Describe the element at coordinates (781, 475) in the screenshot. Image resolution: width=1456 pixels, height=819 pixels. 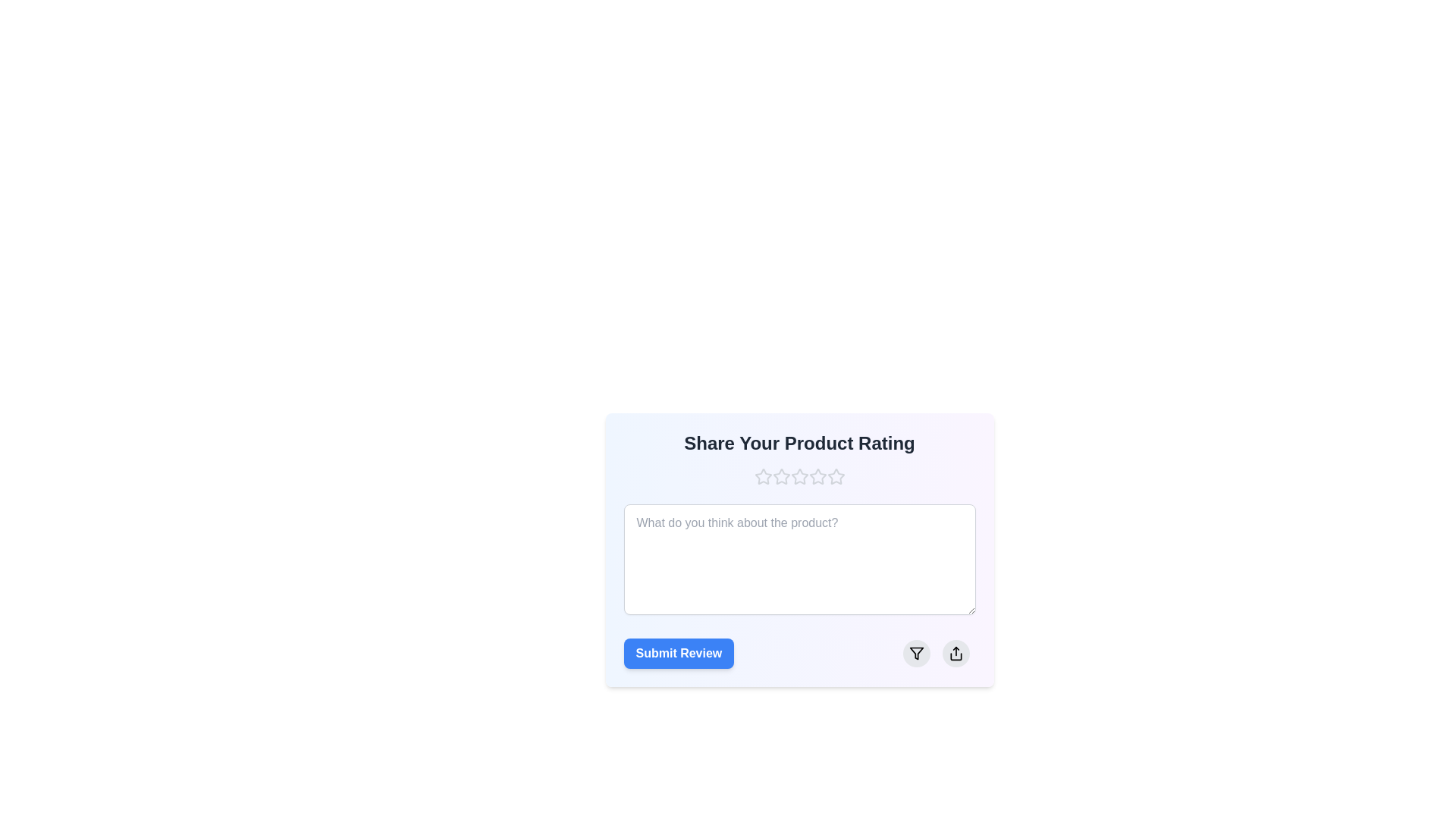
I see `the first star-shaped rating icon located beneath the heading 'Share Your Product Rating'` at that location.